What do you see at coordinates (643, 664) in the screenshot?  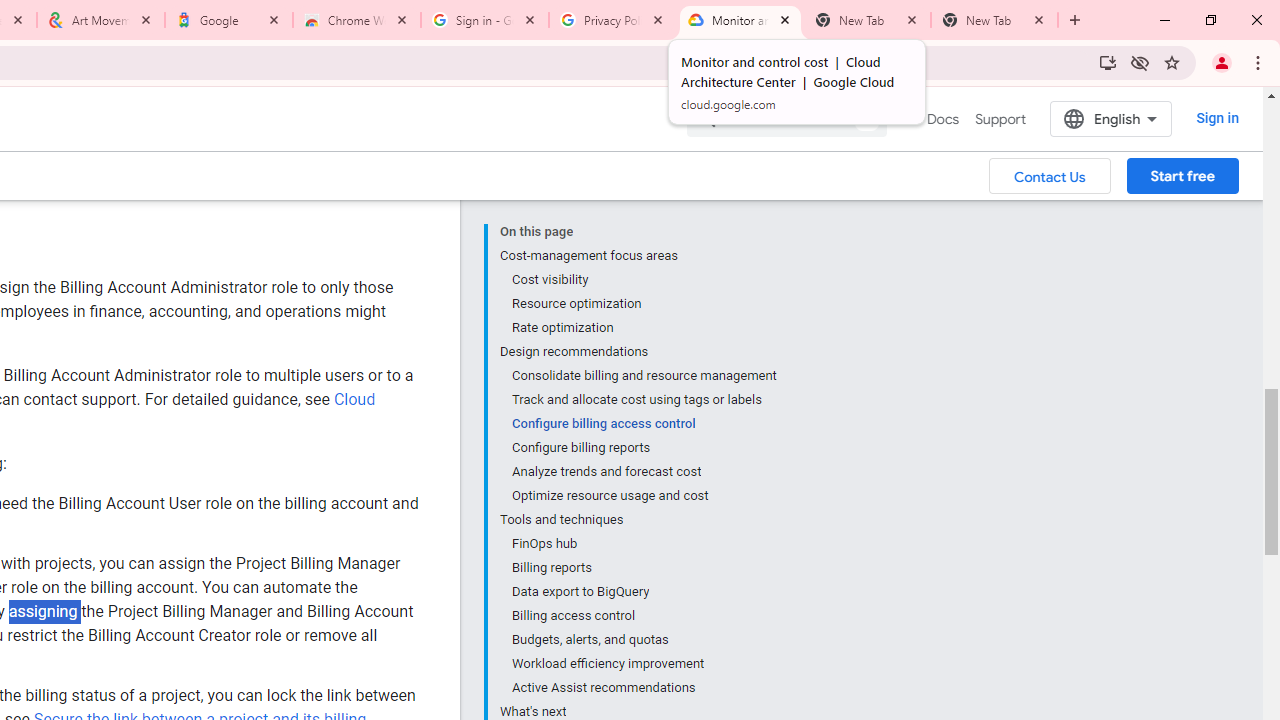 I see `'Workload efficiency improvement'` at bounding box center [643, 664].